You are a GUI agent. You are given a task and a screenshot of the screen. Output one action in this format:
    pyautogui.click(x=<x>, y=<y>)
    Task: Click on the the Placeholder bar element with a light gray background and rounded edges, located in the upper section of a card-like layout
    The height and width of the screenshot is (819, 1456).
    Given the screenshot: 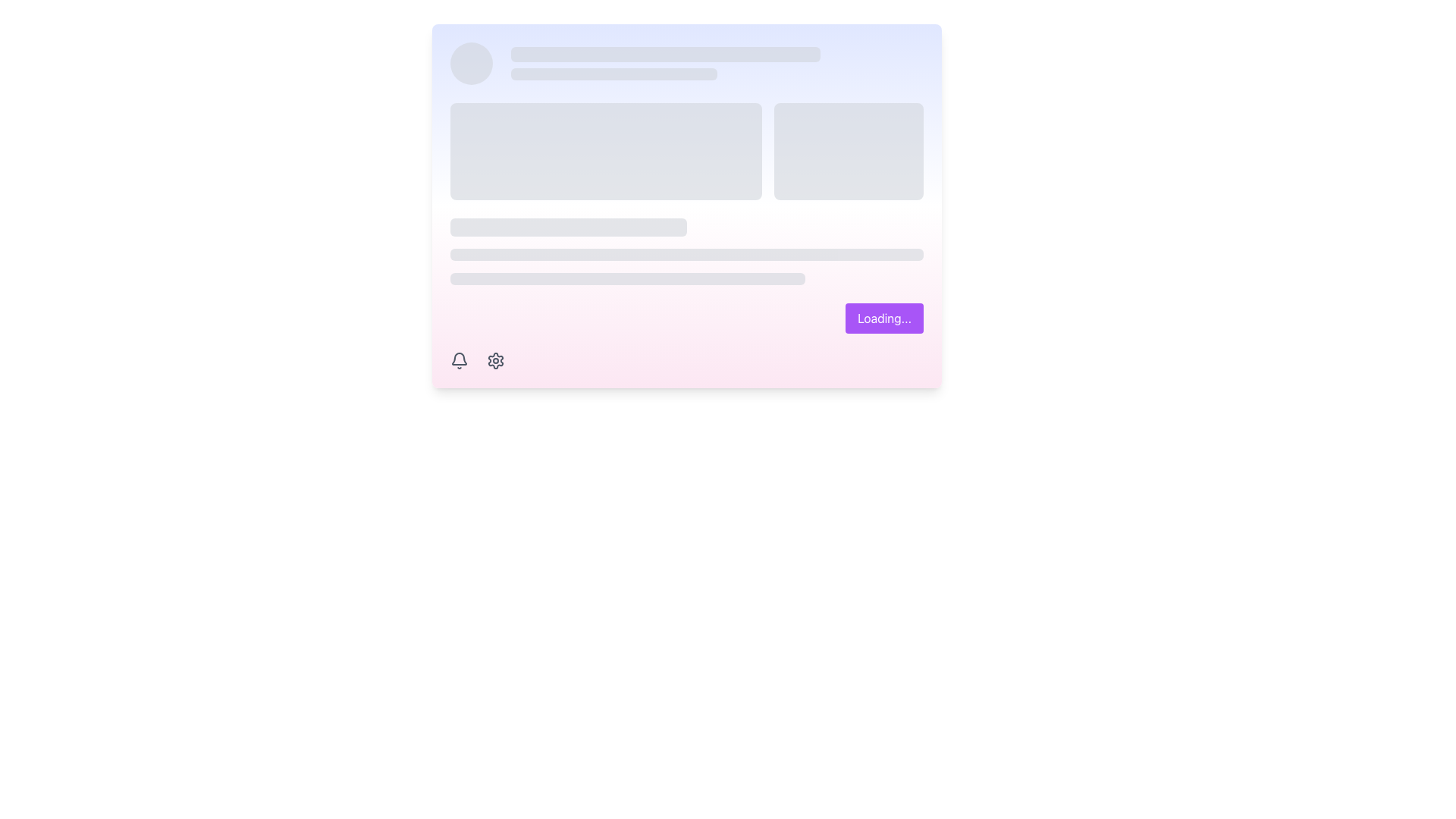 What is the action you would take?
    pyautogui.click(x=666, y=54)
    